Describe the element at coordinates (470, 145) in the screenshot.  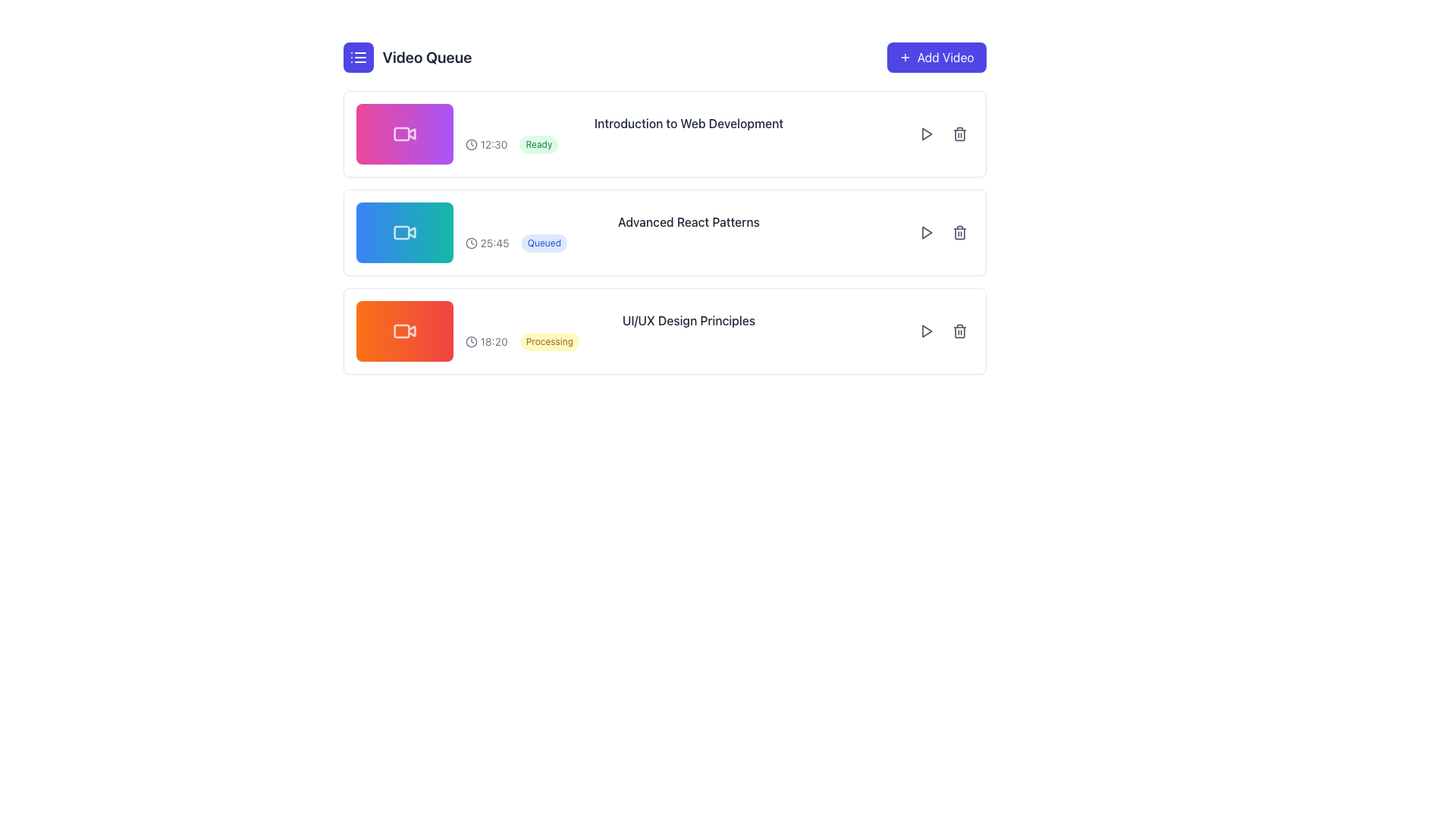
I see `the time icon located on the left side of the time text '12:30' in the first row of the vertical list labeled 'Introduction to Web Development'` at that location.